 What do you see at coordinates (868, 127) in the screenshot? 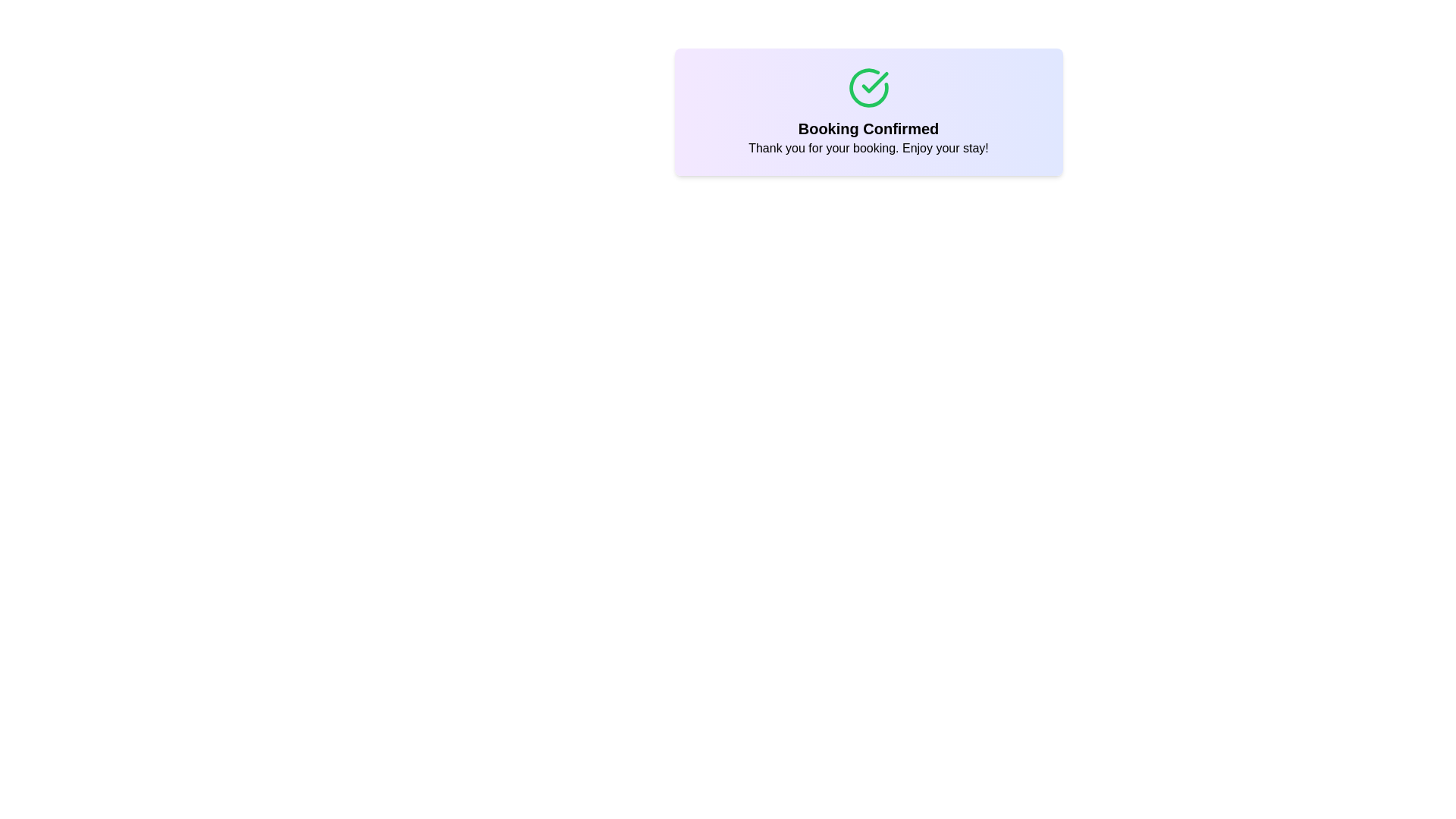
I see `the bold, large-sized text header displaying 'Booking Confirmed', which is centrally positioned above a smaller paragraph and below a green circle-check icon` at bounding box center [868, 127].